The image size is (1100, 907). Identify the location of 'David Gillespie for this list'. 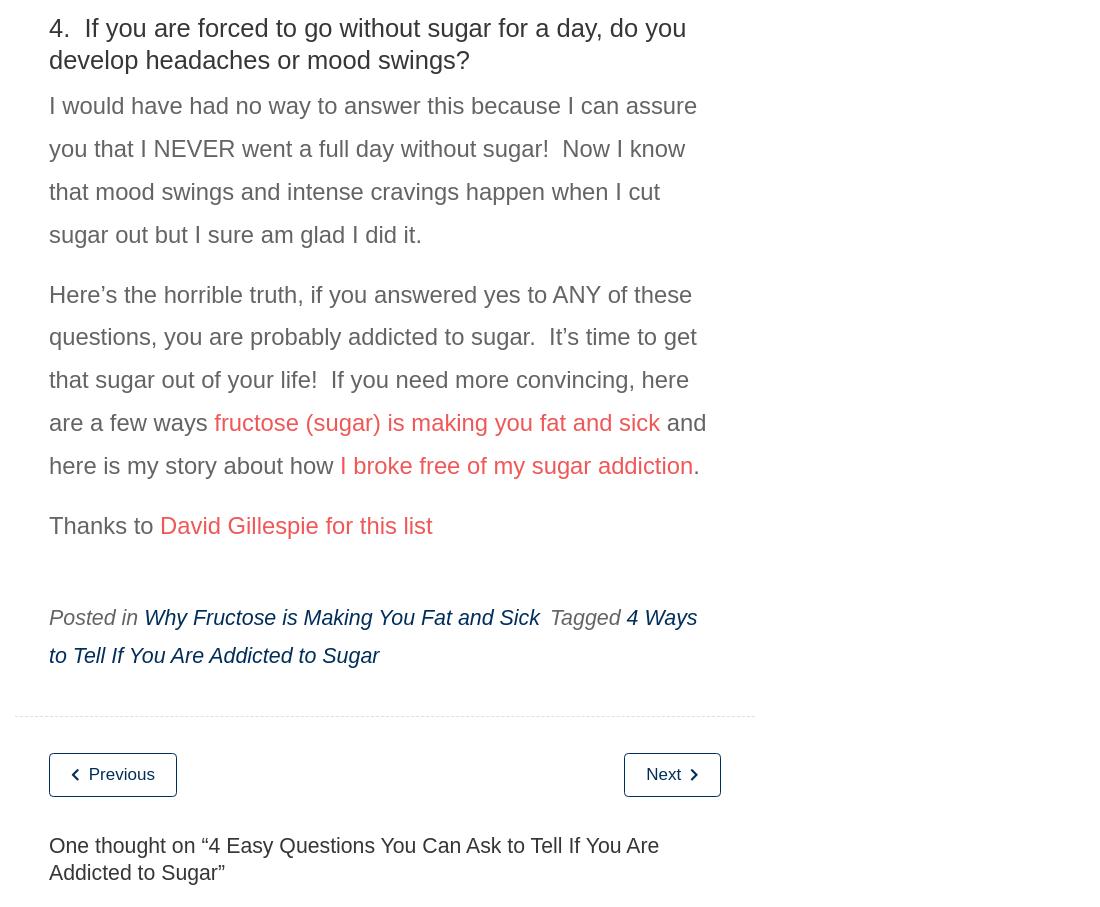
(295, 523).